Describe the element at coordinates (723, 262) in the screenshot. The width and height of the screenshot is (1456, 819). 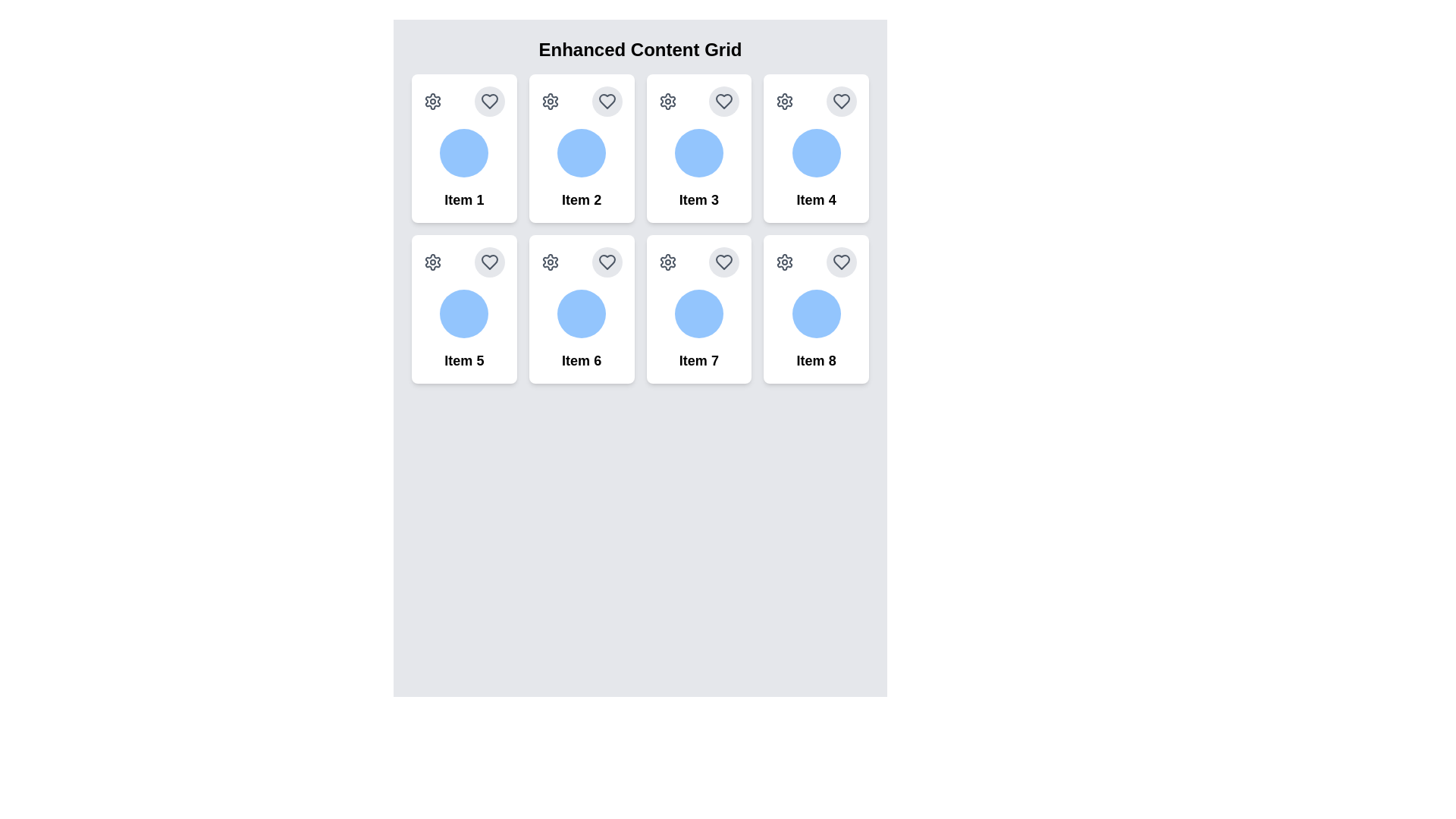
I see `the Icon button located in the top-right corner of the 'Item 7' card in the second row and third column of the content grid to possibly reveal additional tooltip information` at that location.